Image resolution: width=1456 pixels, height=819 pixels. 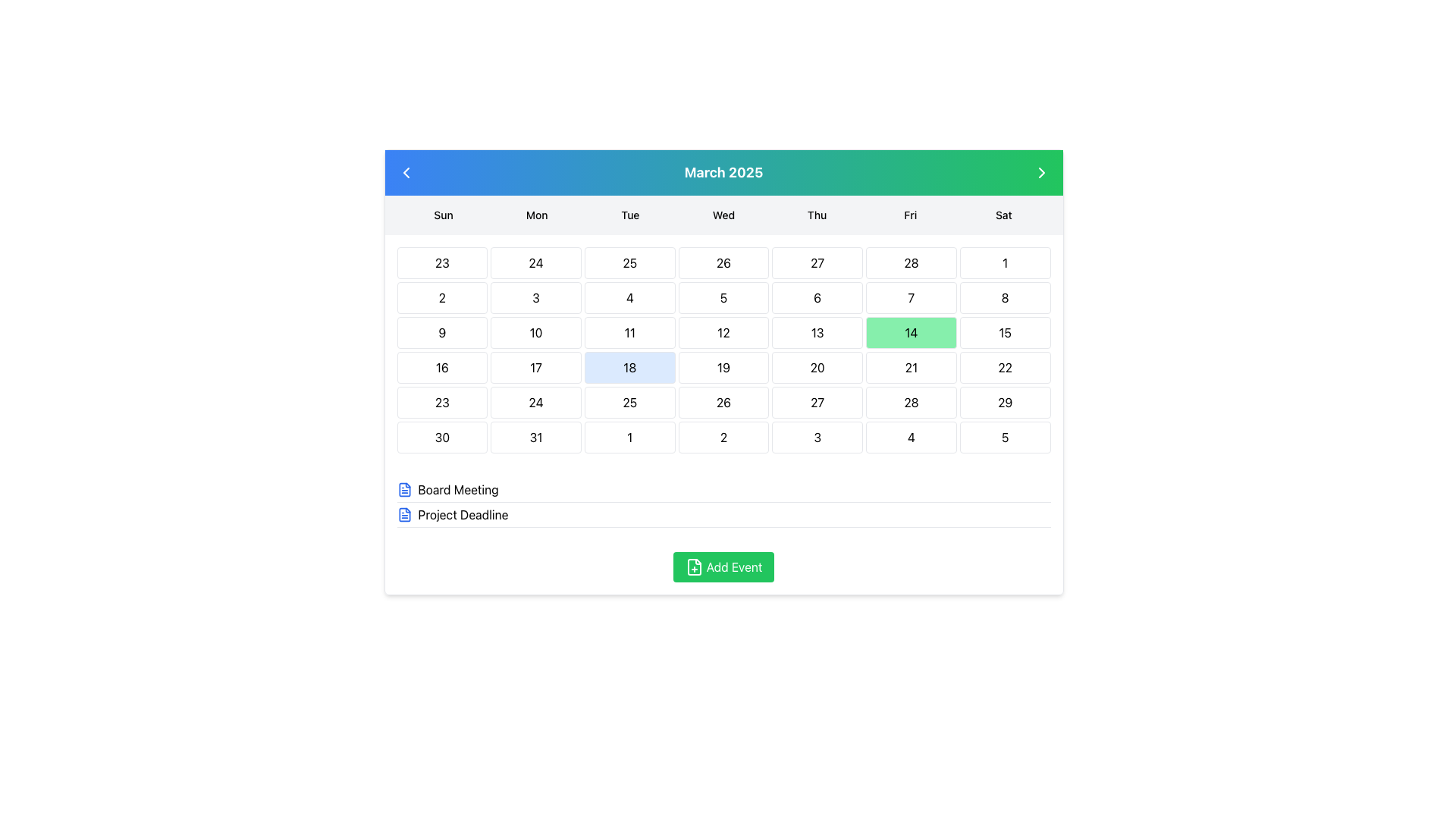 I want to click on from the calendar cell containing '24', so click(x=536, y=262).